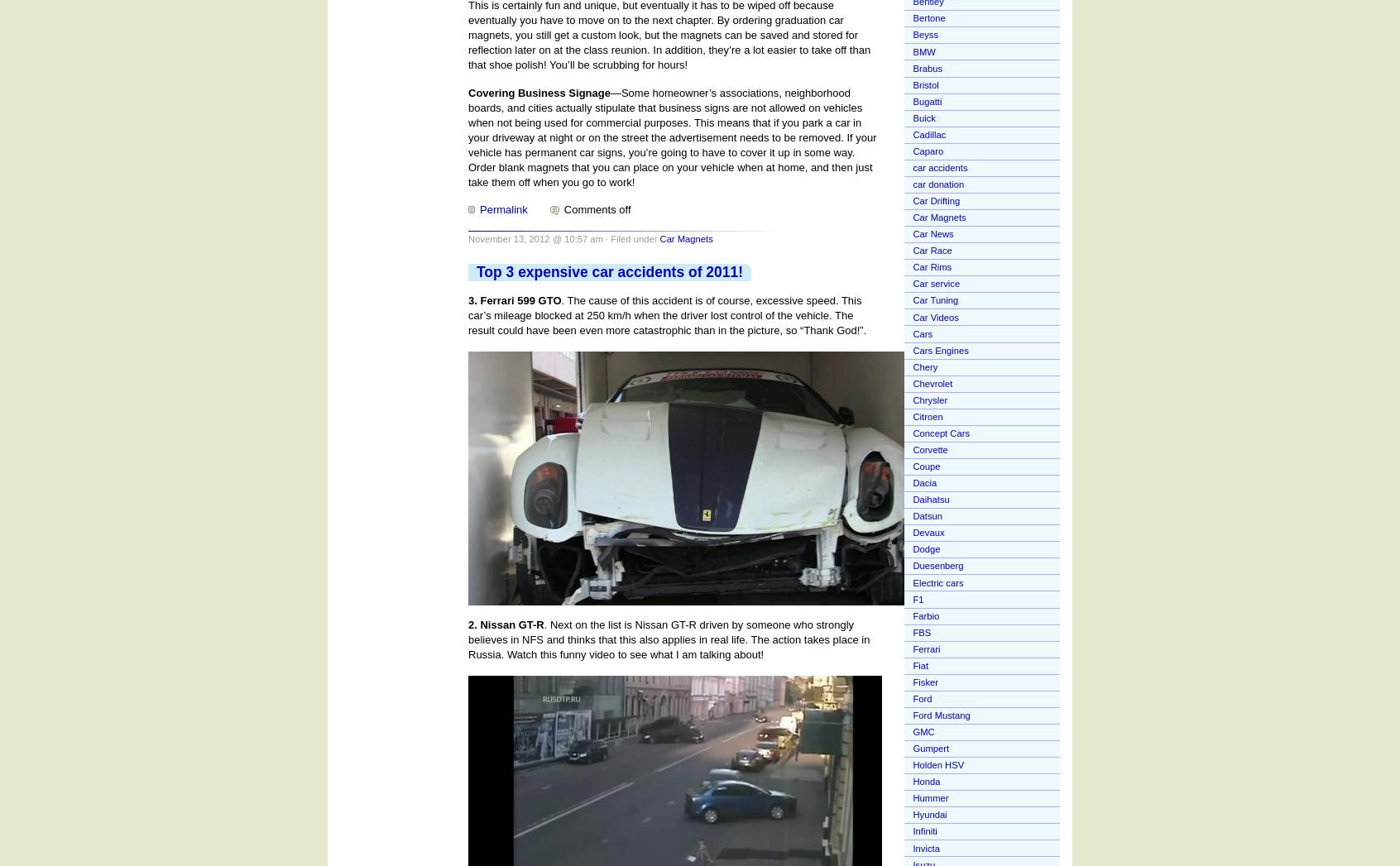 The height and width of the screenshot is (866, 1400). What do you see at coordinates (937, 565) in the screenshot?
I see `'Duesenberg'` at bounding box center [937, 565].